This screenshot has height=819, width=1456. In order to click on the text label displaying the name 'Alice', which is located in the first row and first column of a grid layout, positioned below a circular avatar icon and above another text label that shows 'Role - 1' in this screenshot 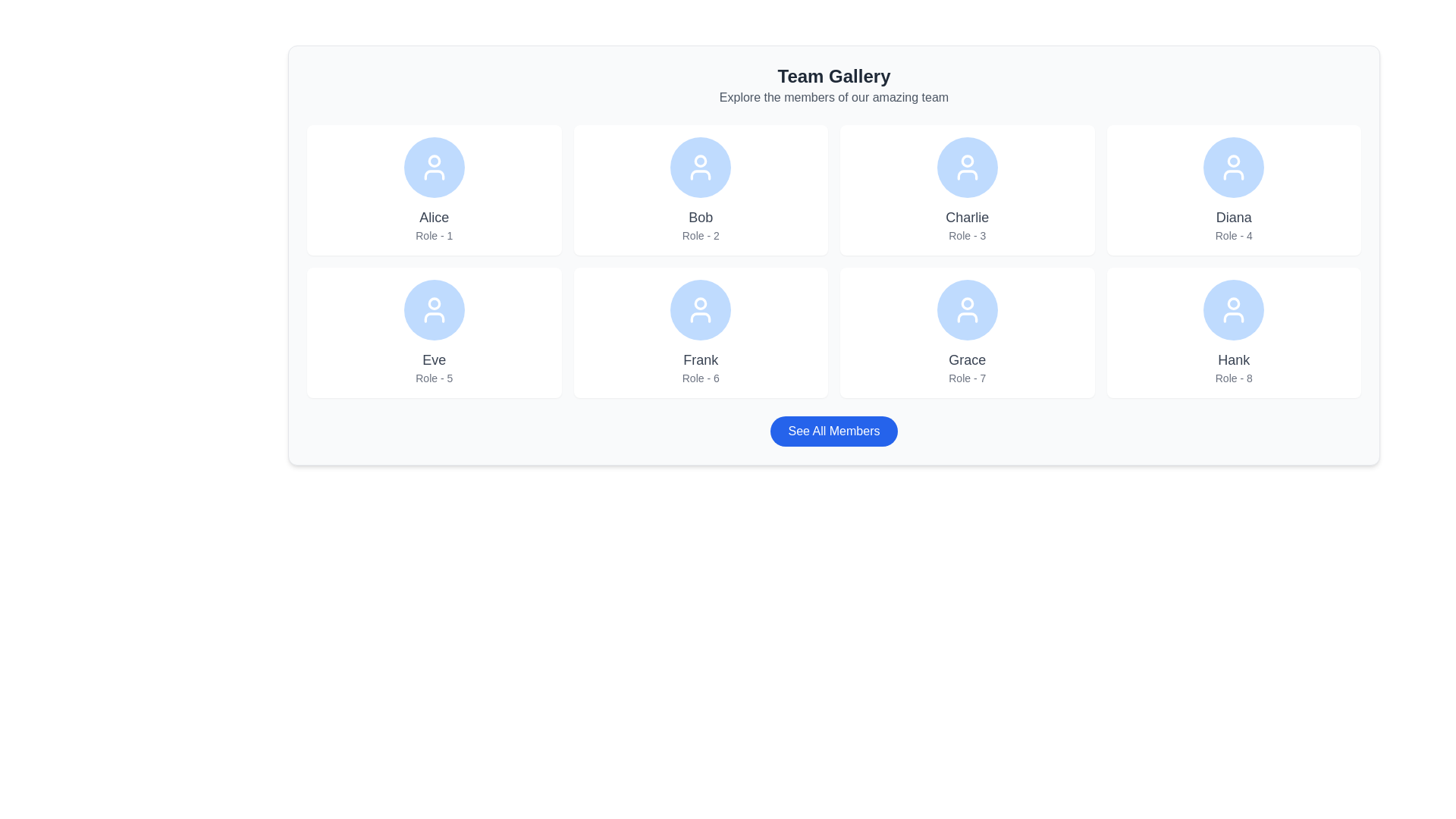, I will do `click(433, 217)`.